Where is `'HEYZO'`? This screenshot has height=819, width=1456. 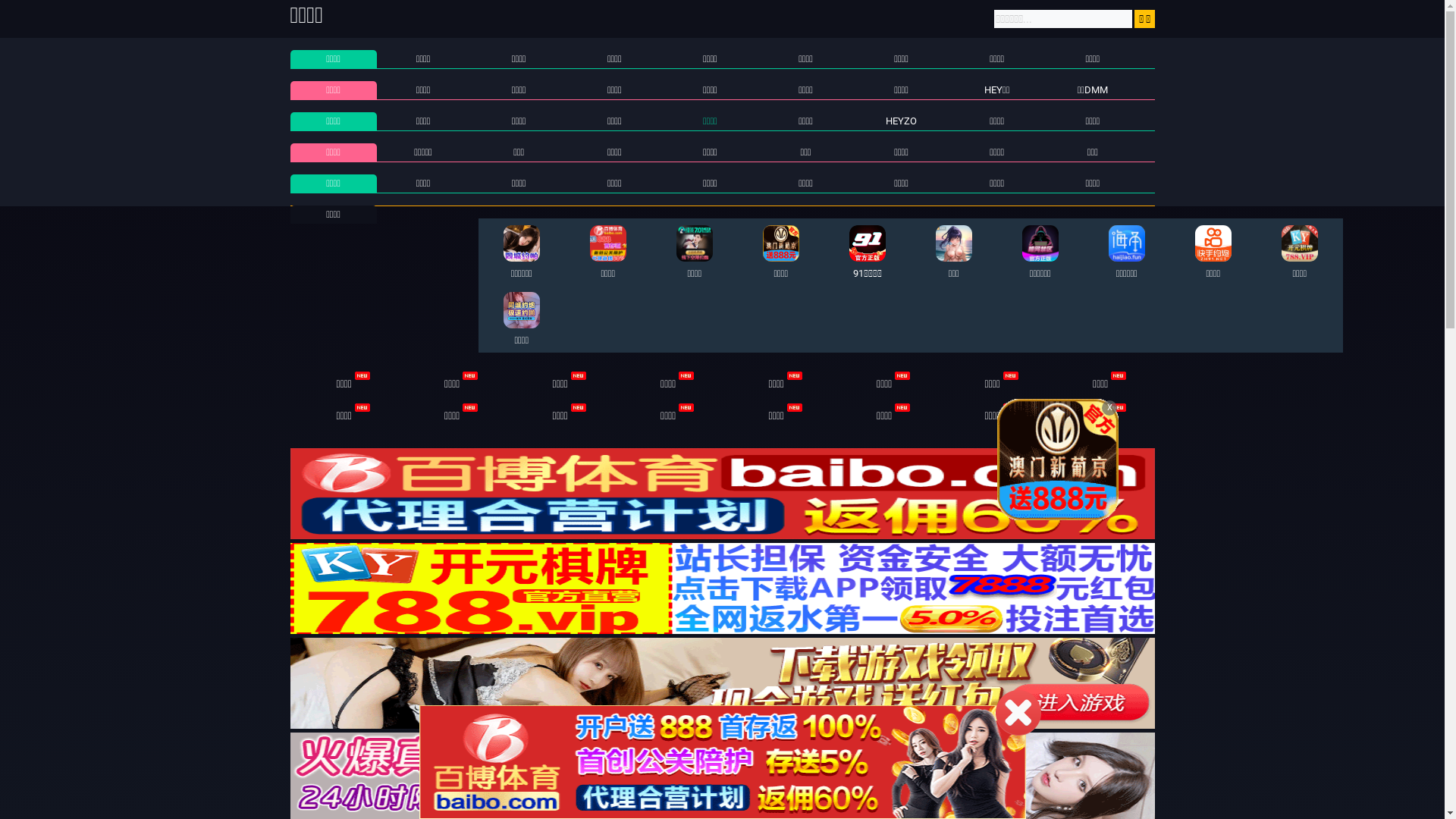 'HEYZO' is located at coordinates (901, 120).